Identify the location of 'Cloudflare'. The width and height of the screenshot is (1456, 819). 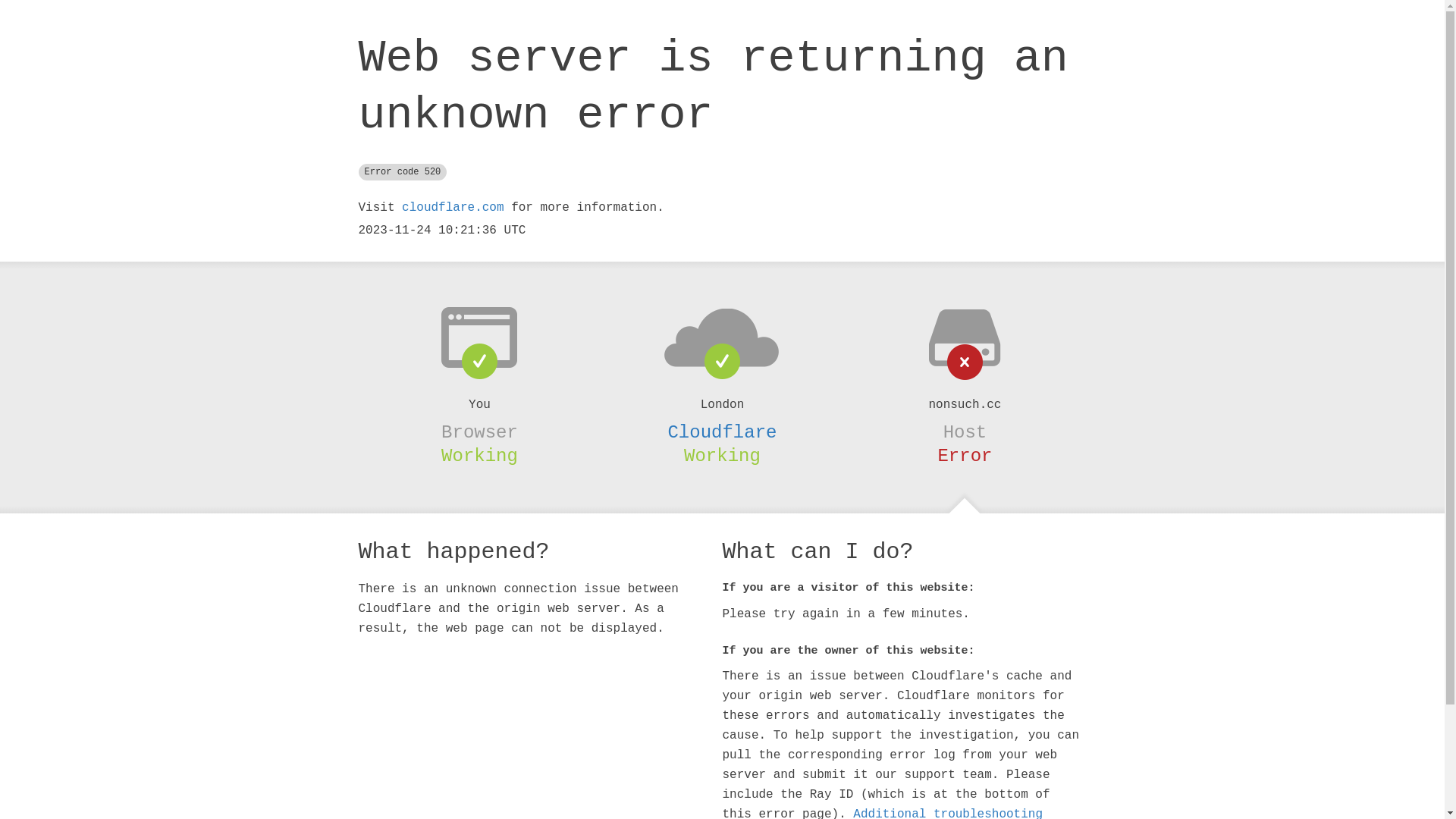
(720, 432).